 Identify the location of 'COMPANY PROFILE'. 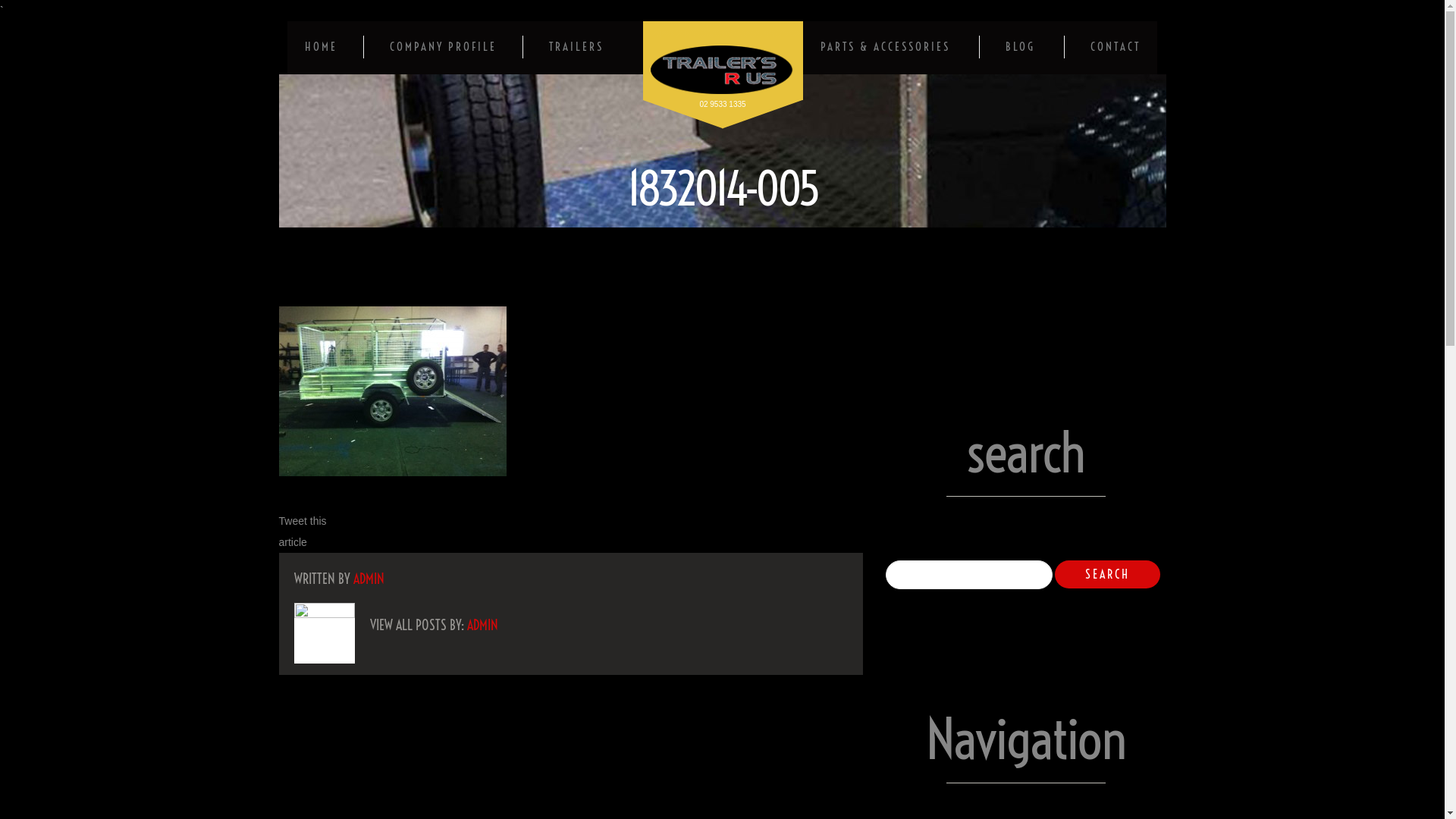
(389, 45).